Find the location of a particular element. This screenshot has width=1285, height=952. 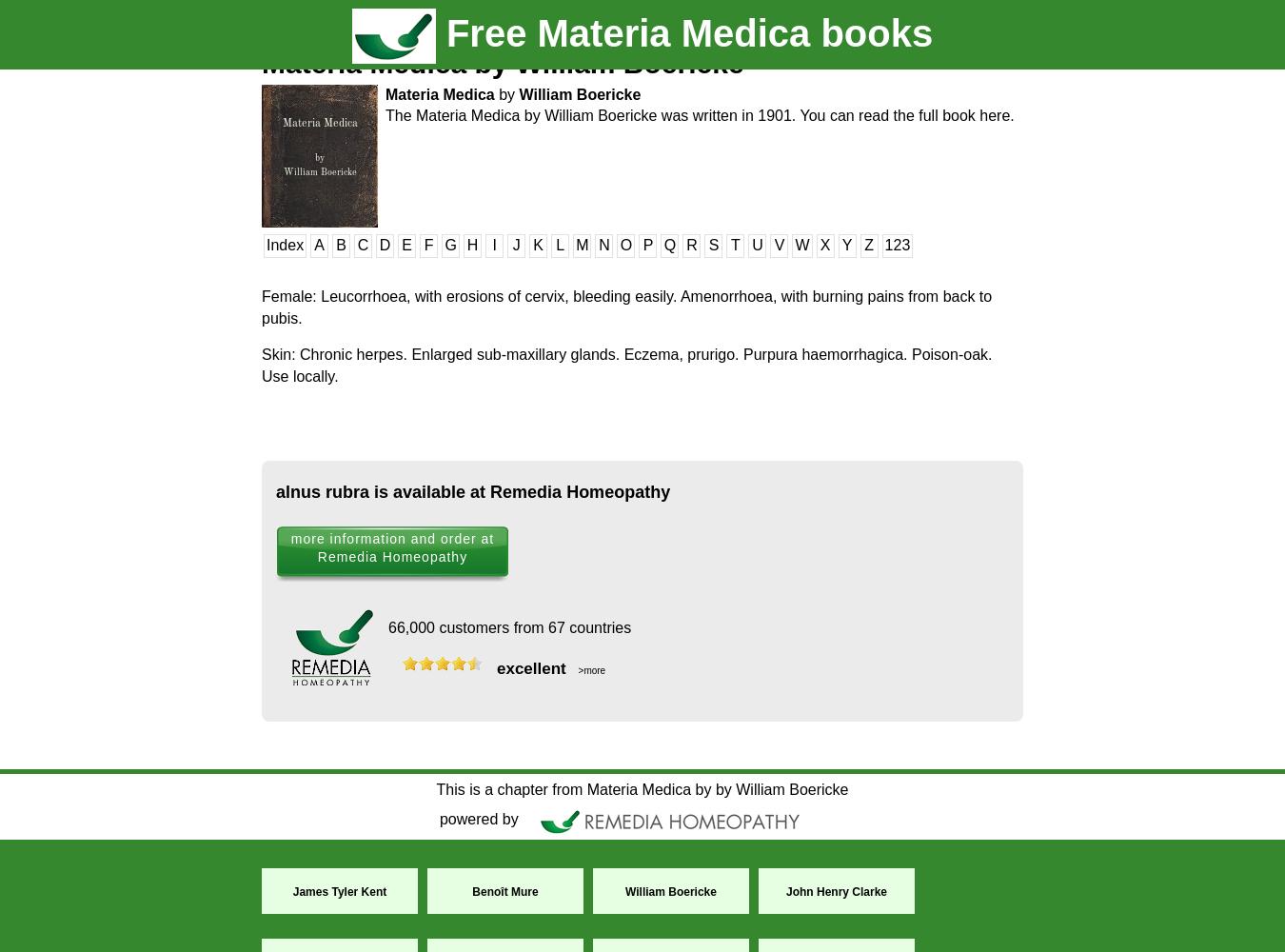

'powered by' is located at coordinates (480, 818).